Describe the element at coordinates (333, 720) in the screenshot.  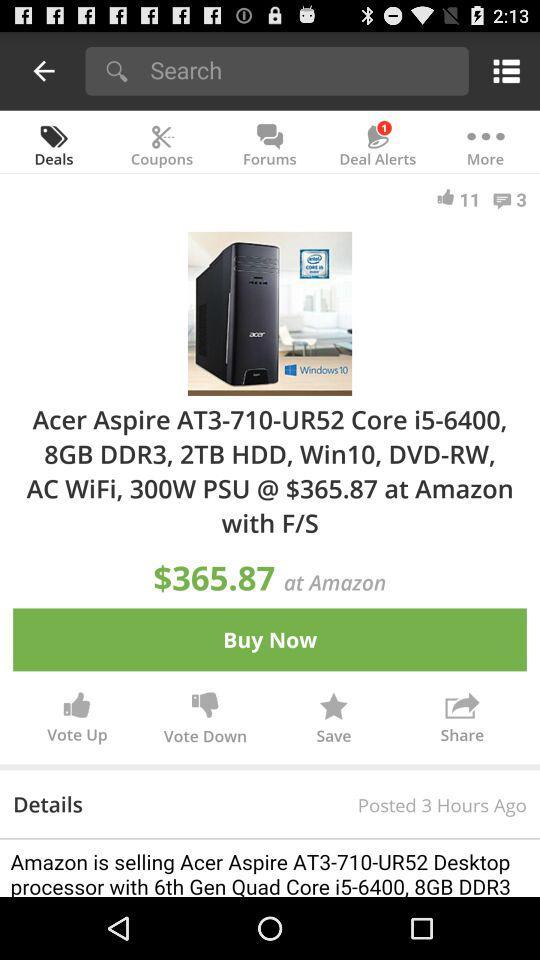
I see `item next to the share` at that location.